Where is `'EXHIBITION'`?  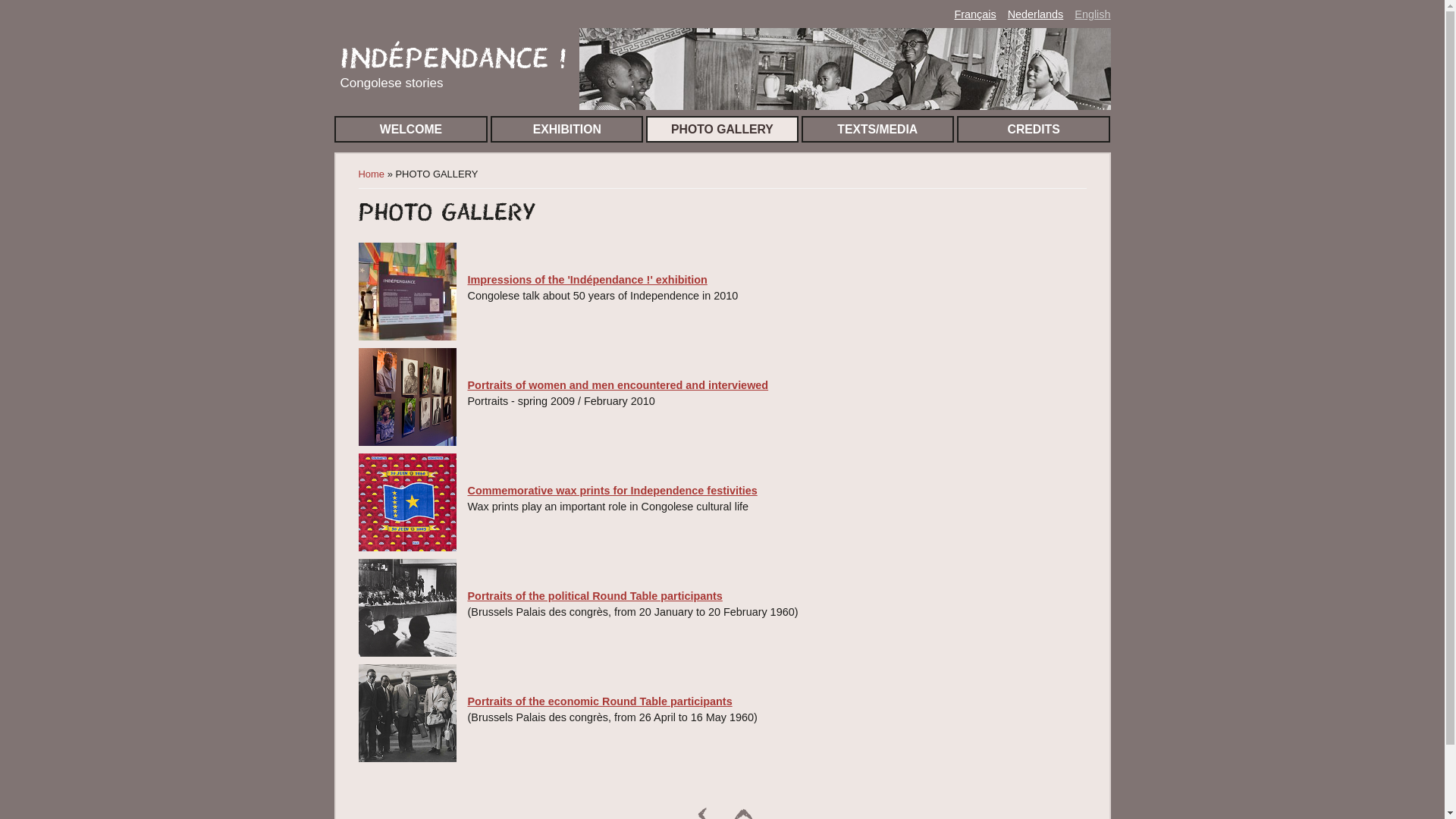
'EXHIBITION' is located at coordinates (566, 128).